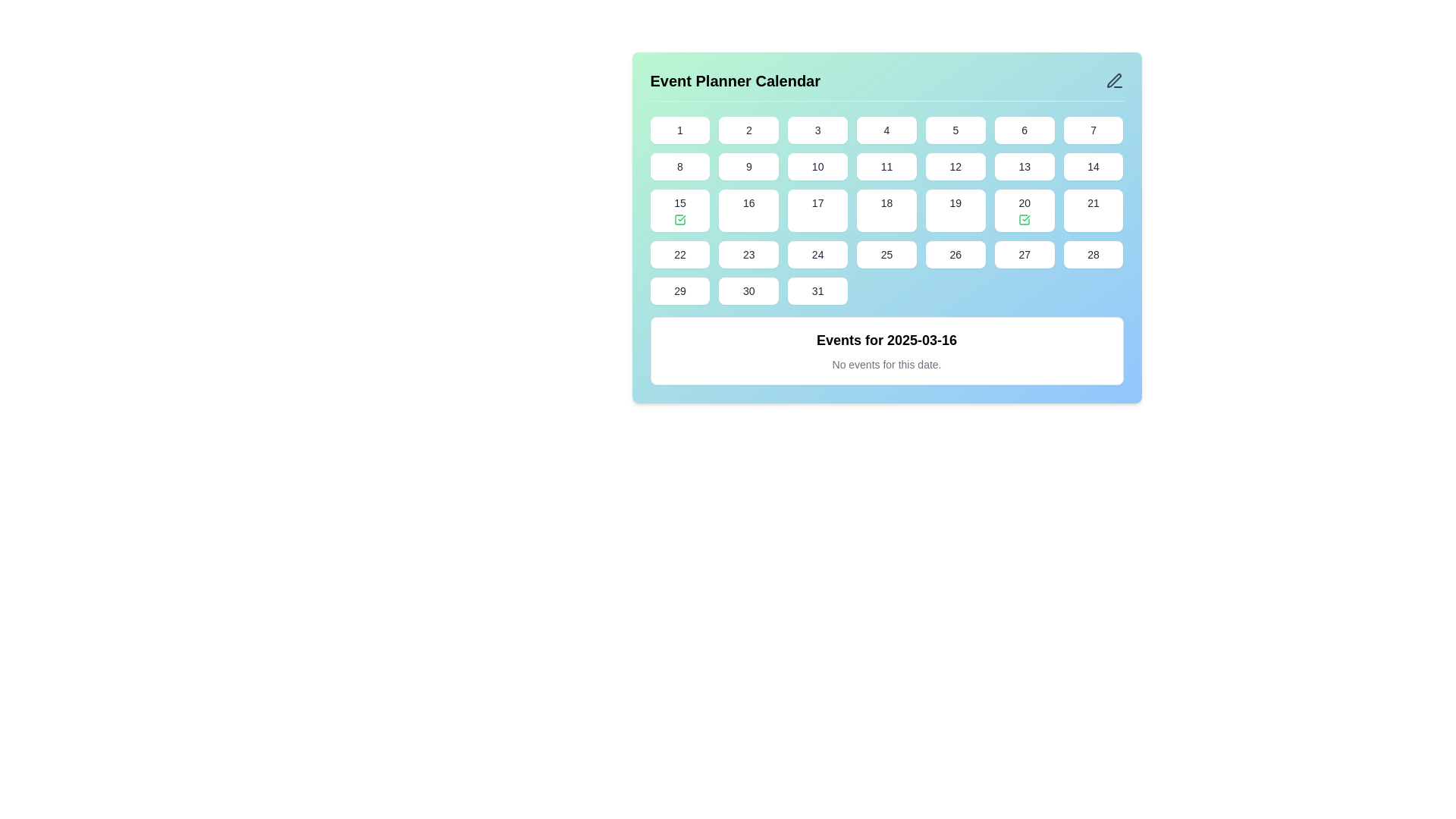 The height and width of the screenshot is (819, 1456). What do you see at coordinates (748, 130) in the screenshot?
I see `the selectable calendar date box representing the number '2' located in the first row, second column of the Event Planner Calendar interface` at bounding box center [748, 130].